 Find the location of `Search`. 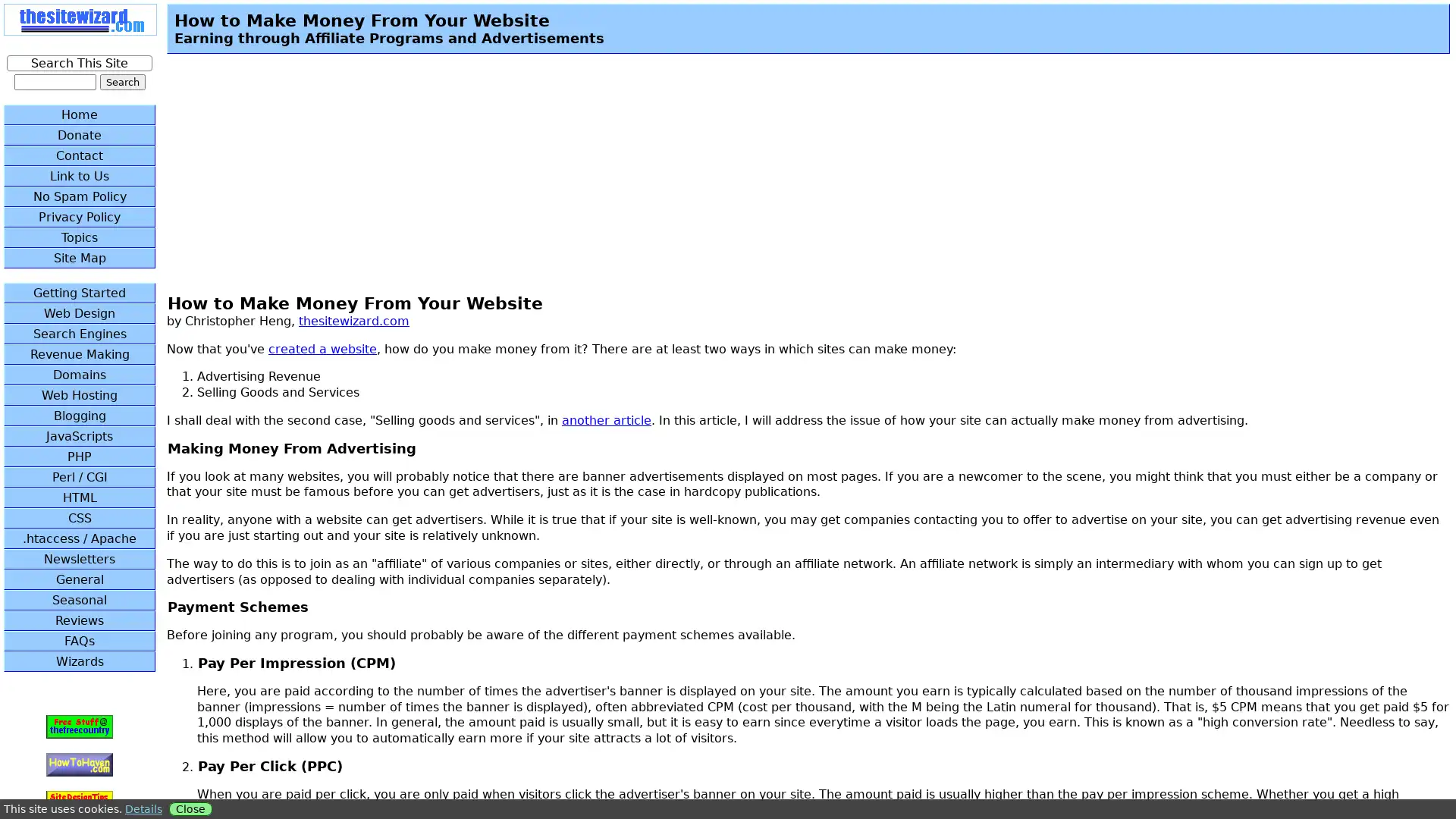

Search is located at coordinates (122, 82).